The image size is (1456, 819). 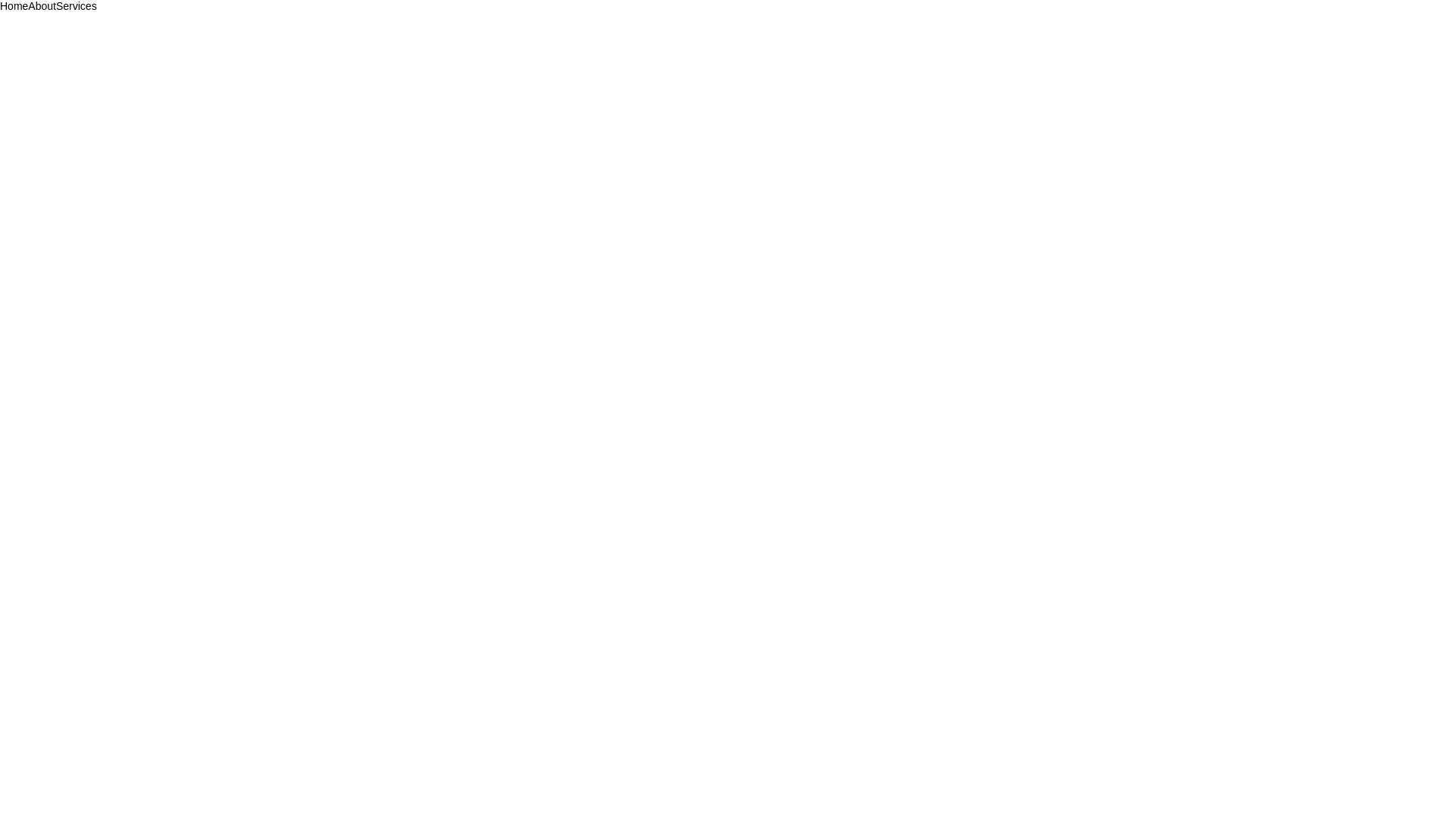 I want to click on 'About', so click(x=42, y=6).